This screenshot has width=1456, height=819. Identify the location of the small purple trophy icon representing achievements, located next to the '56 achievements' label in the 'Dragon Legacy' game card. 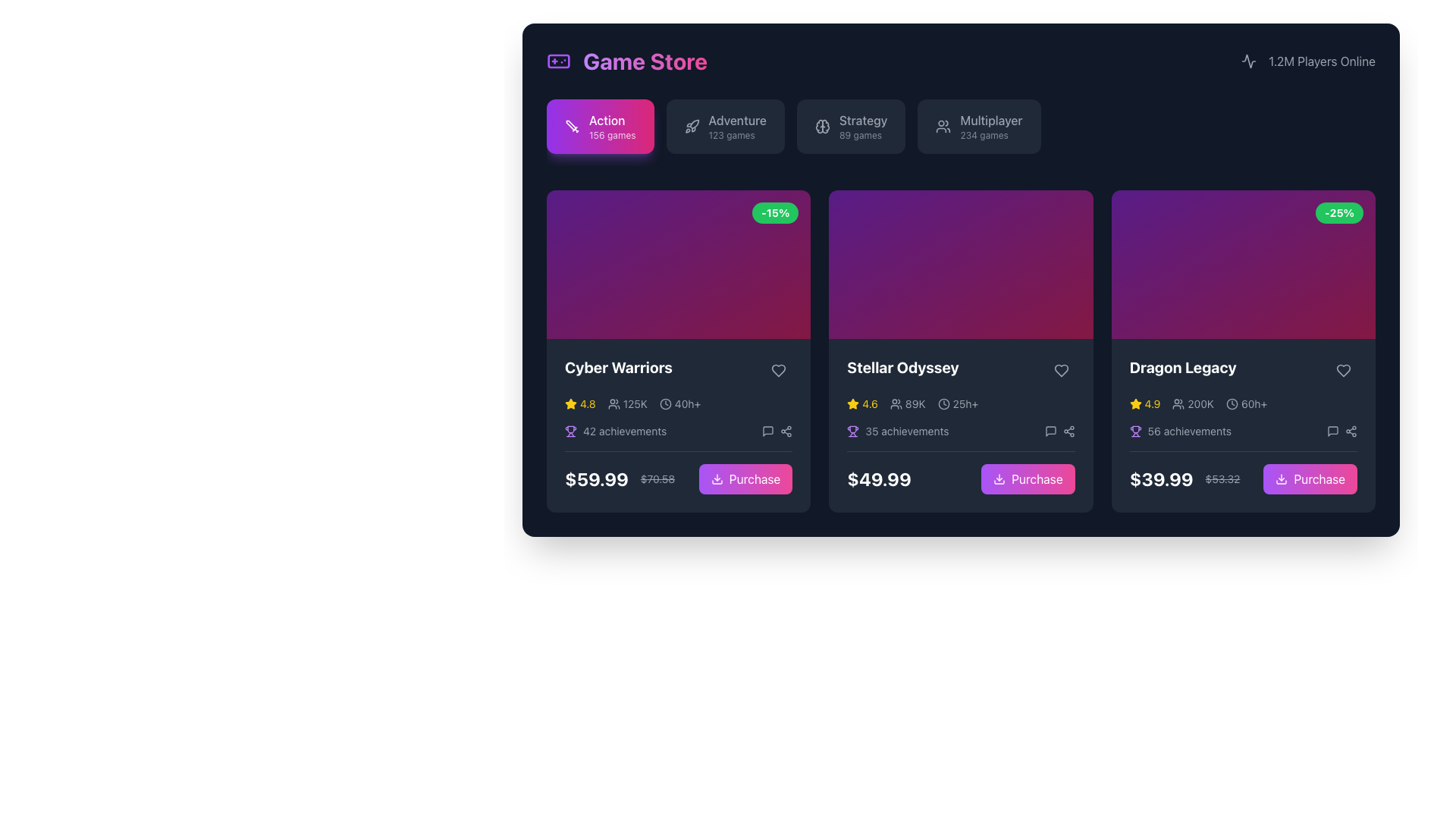
(1135, 431).